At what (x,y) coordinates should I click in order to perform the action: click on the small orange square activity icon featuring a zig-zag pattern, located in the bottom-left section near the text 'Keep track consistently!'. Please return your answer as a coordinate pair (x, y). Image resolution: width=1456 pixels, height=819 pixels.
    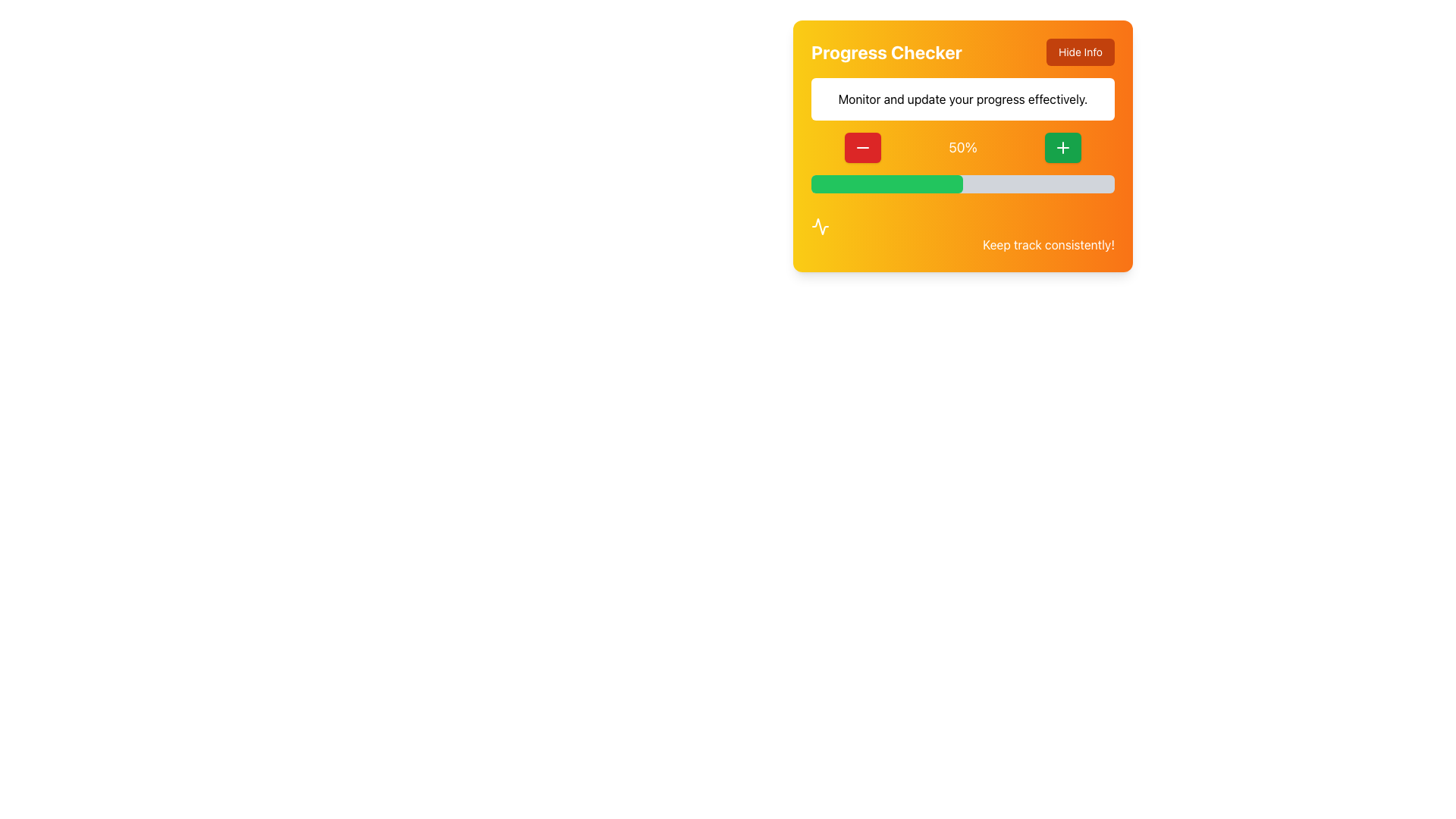
    Looking at the image, I should click on (819, 227).